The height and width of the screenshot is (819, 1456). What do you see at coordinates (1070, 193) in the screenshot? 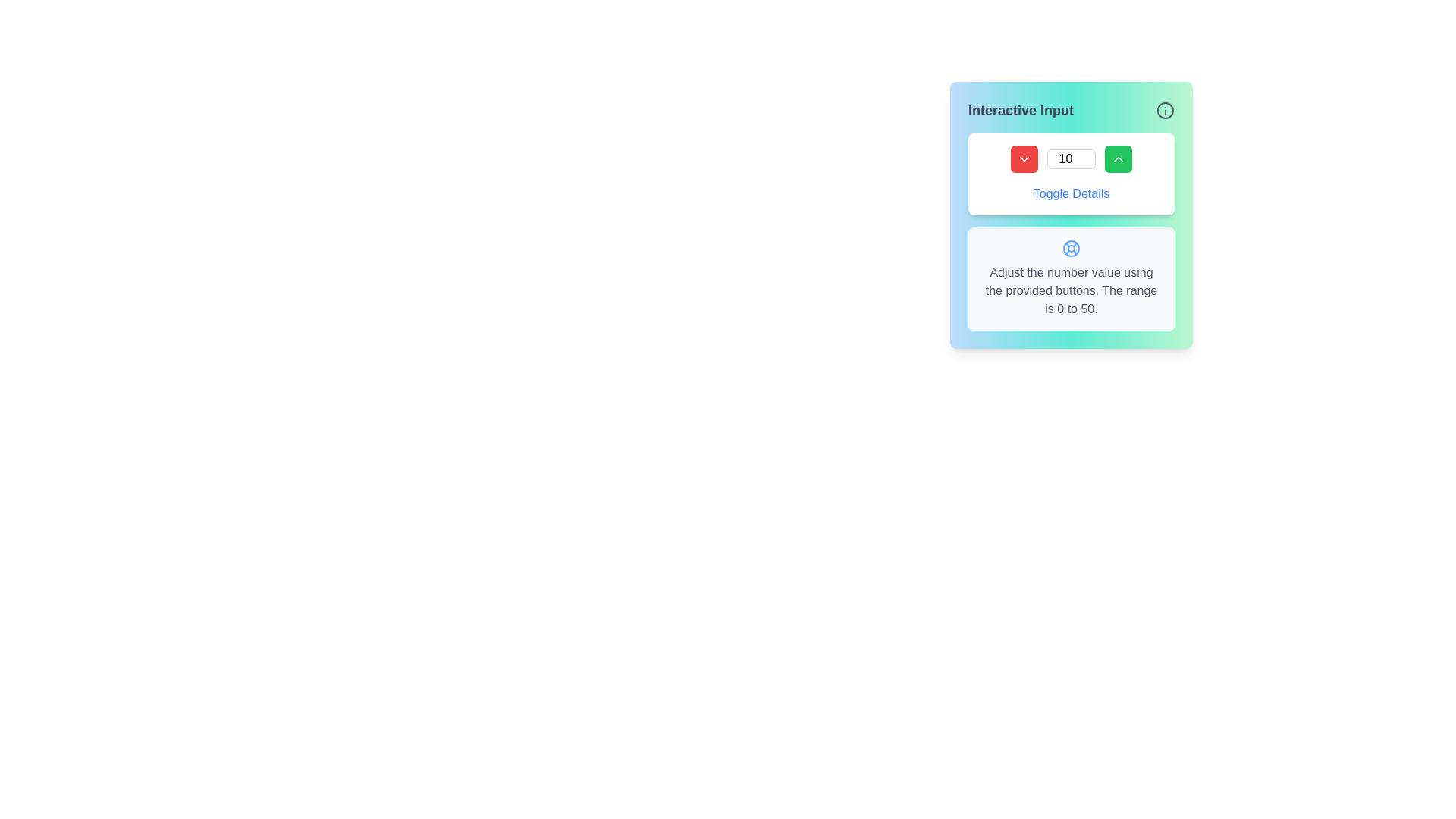
I see `the 'Toggle Details' hyperlink, which is styled in blue and positioned centrally at the bottom of the input section above the explanatory text area` at bounding box center [1070, 193].